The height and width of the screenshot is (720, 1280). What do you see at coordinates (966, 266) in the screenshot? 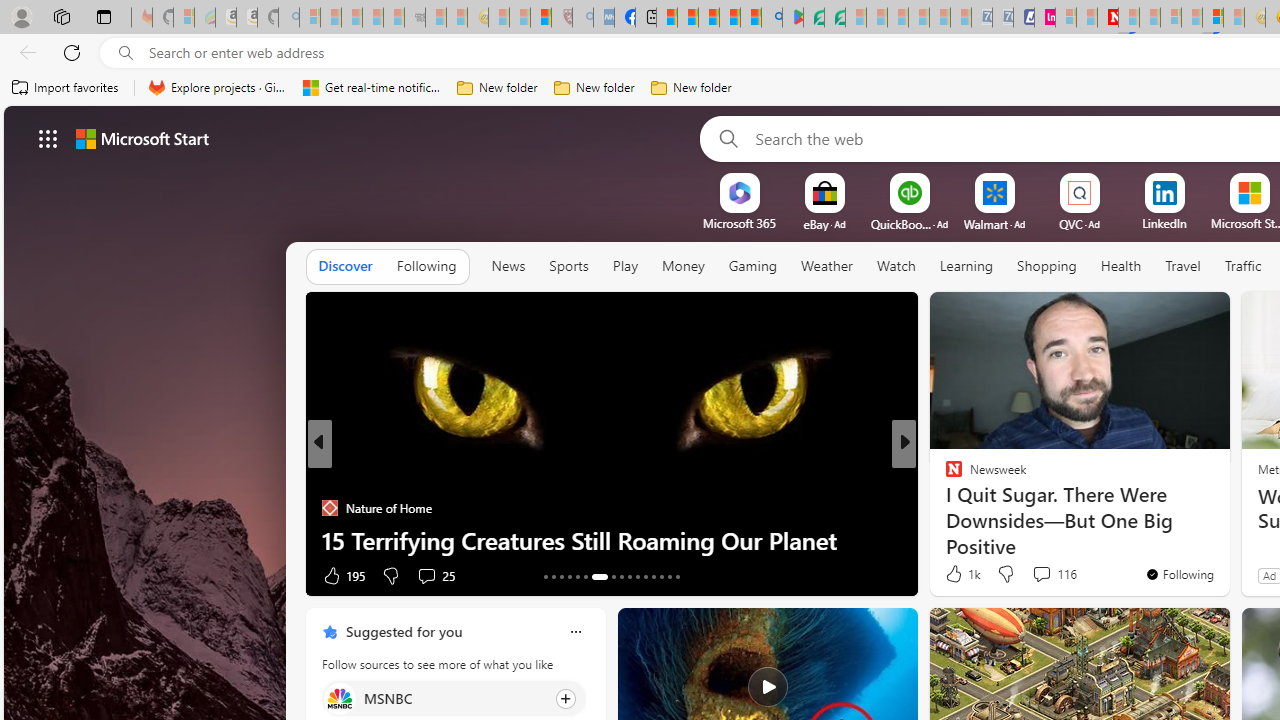
I see `'Learning'` at bounding box center [966, 266].